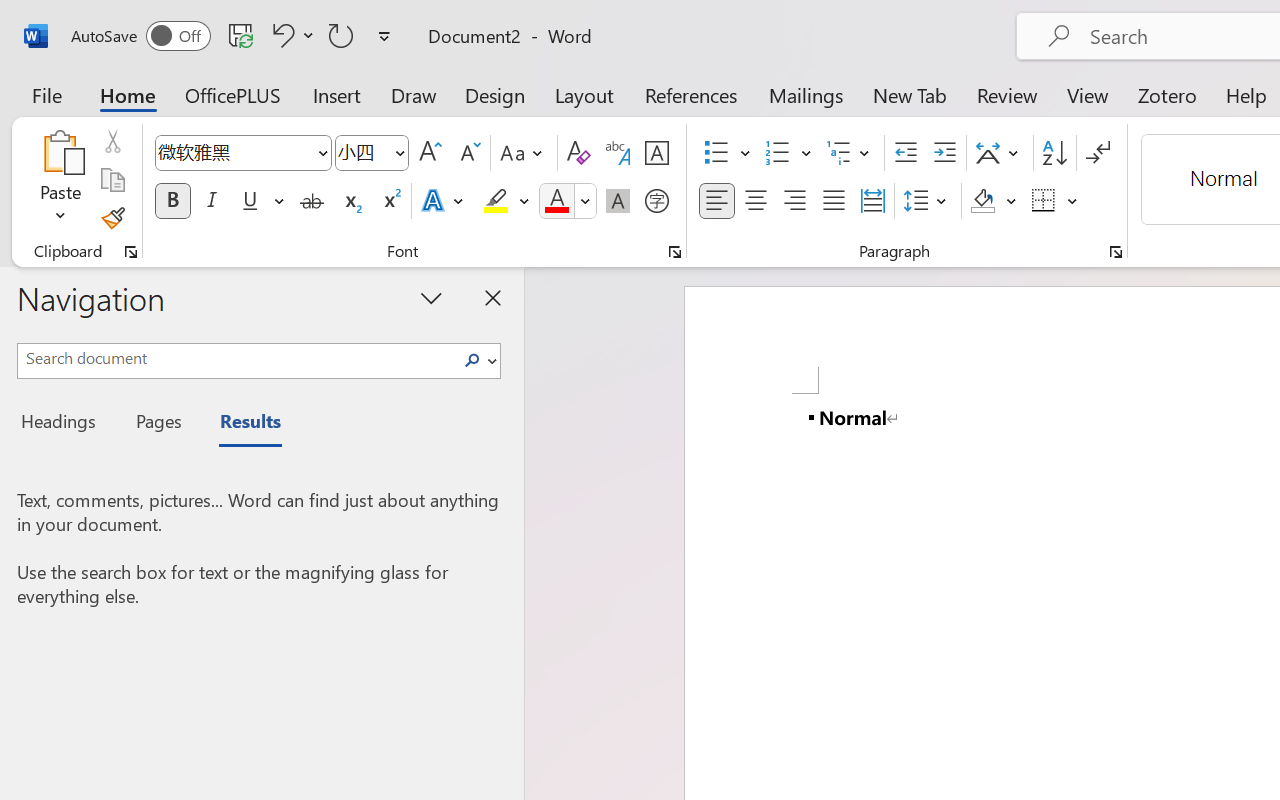 The image size is (1280, 800). I want to click on 'Copy', so click(111, 179).